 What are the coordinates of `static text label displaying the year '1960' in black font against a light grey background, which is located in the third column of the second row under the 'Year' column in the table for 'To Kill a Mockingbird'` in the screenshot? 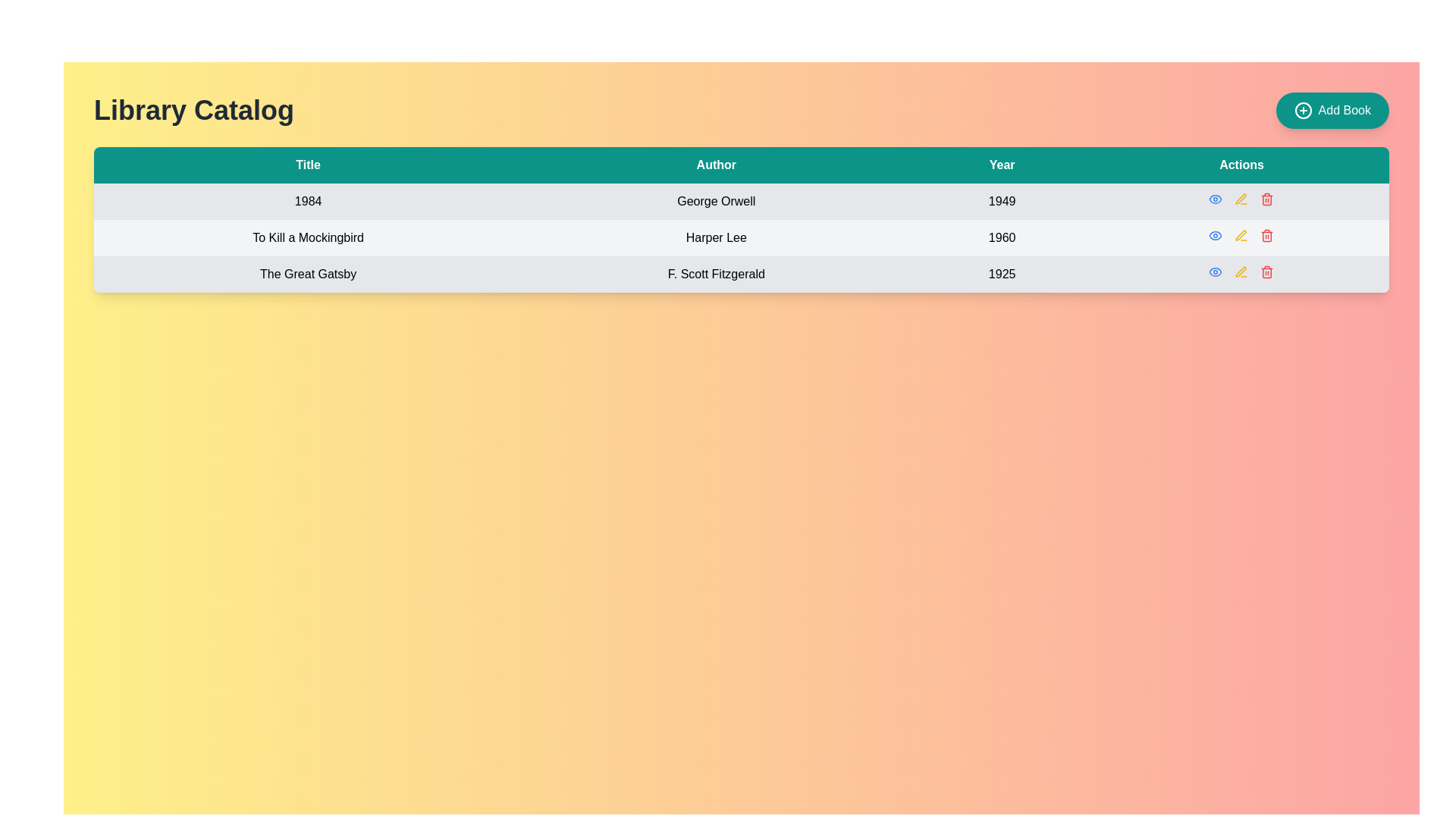 It's located at (1002, 237).